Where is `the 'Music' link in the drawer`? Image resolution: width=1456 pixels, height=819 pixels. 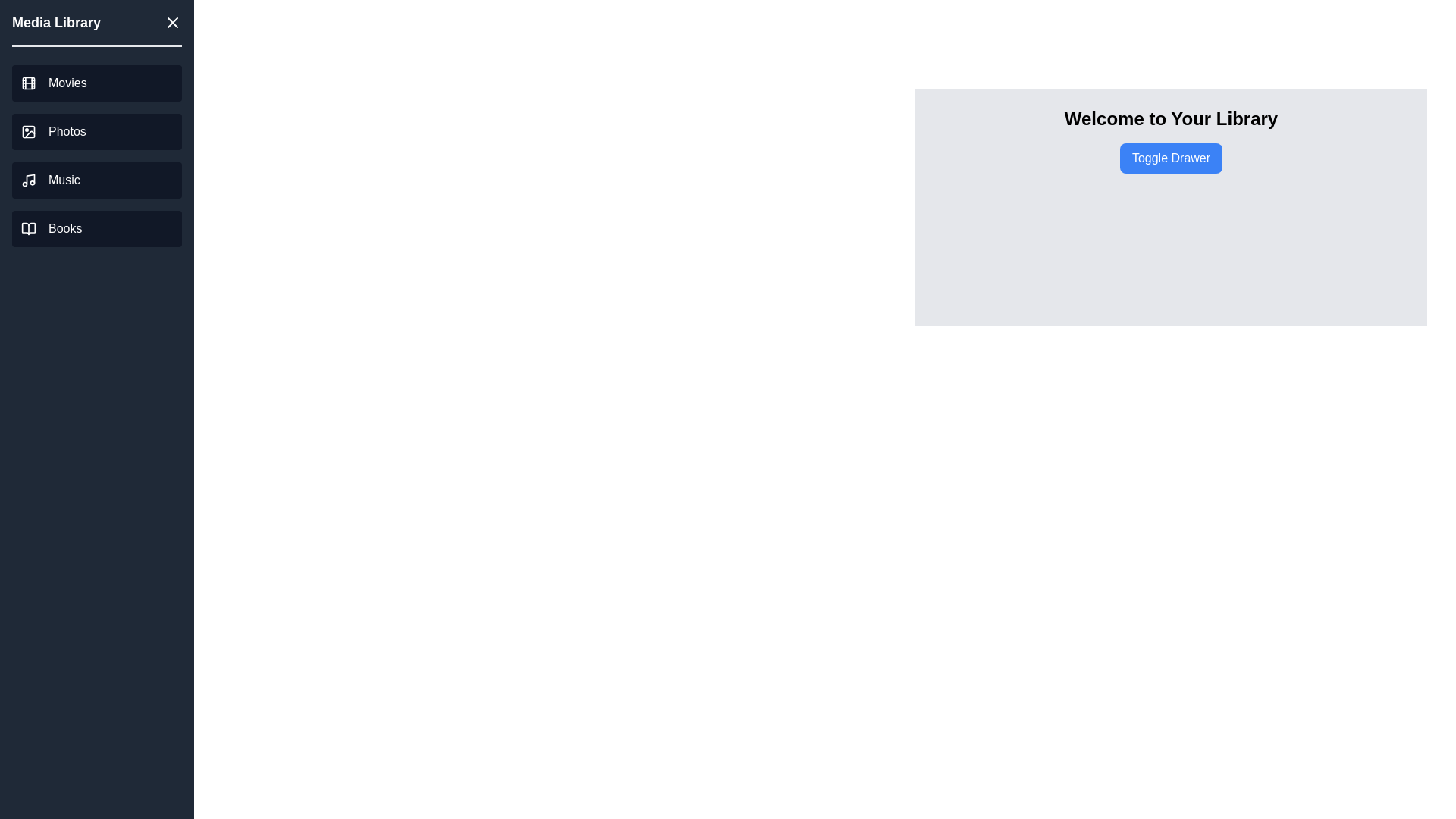
the 'Music' link in the drawer is located at coordinates (96, 180).